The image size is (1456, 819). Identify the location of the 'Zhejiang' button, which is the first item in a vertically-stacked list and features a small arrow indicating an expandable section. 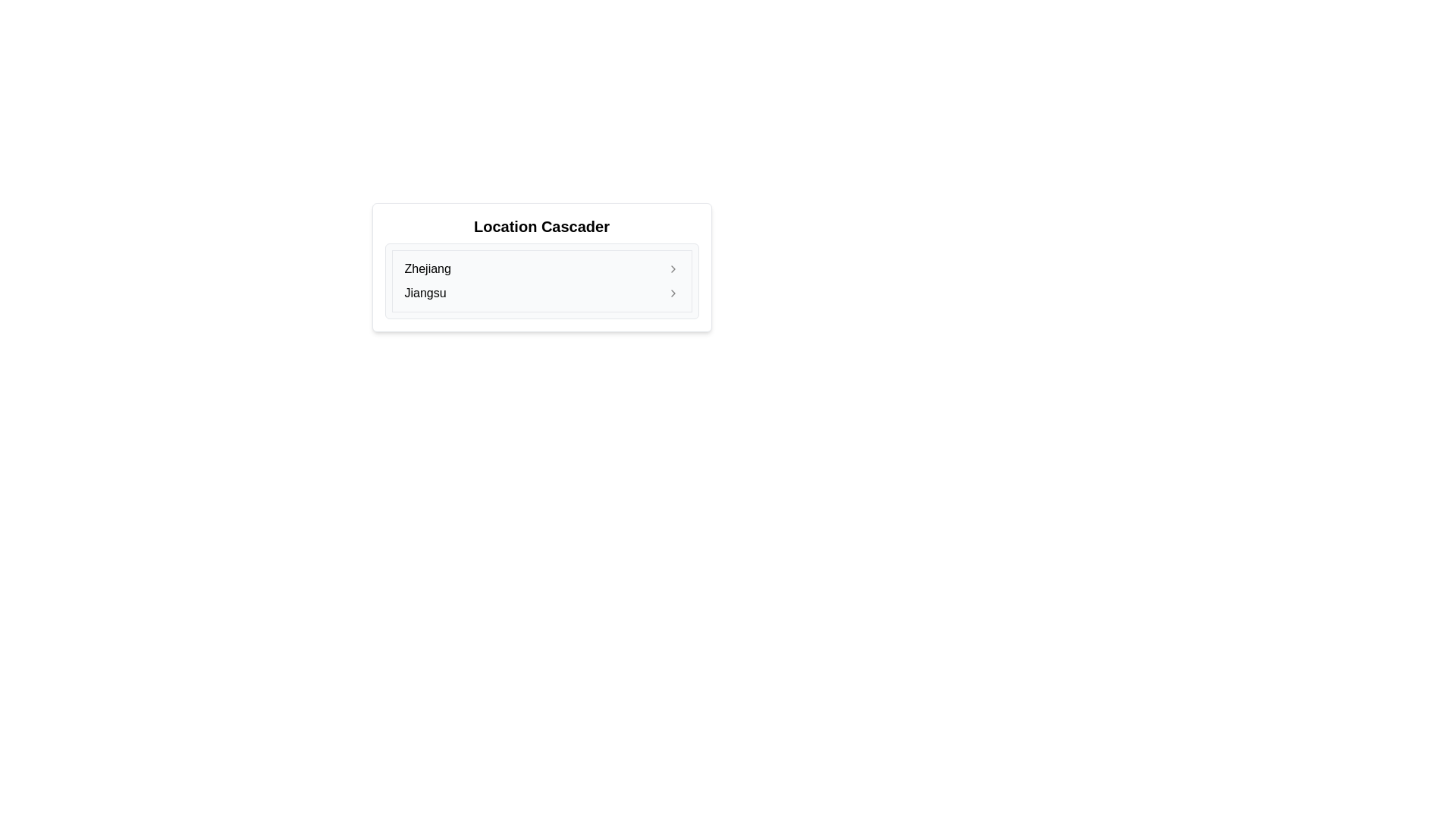
(541, 268).